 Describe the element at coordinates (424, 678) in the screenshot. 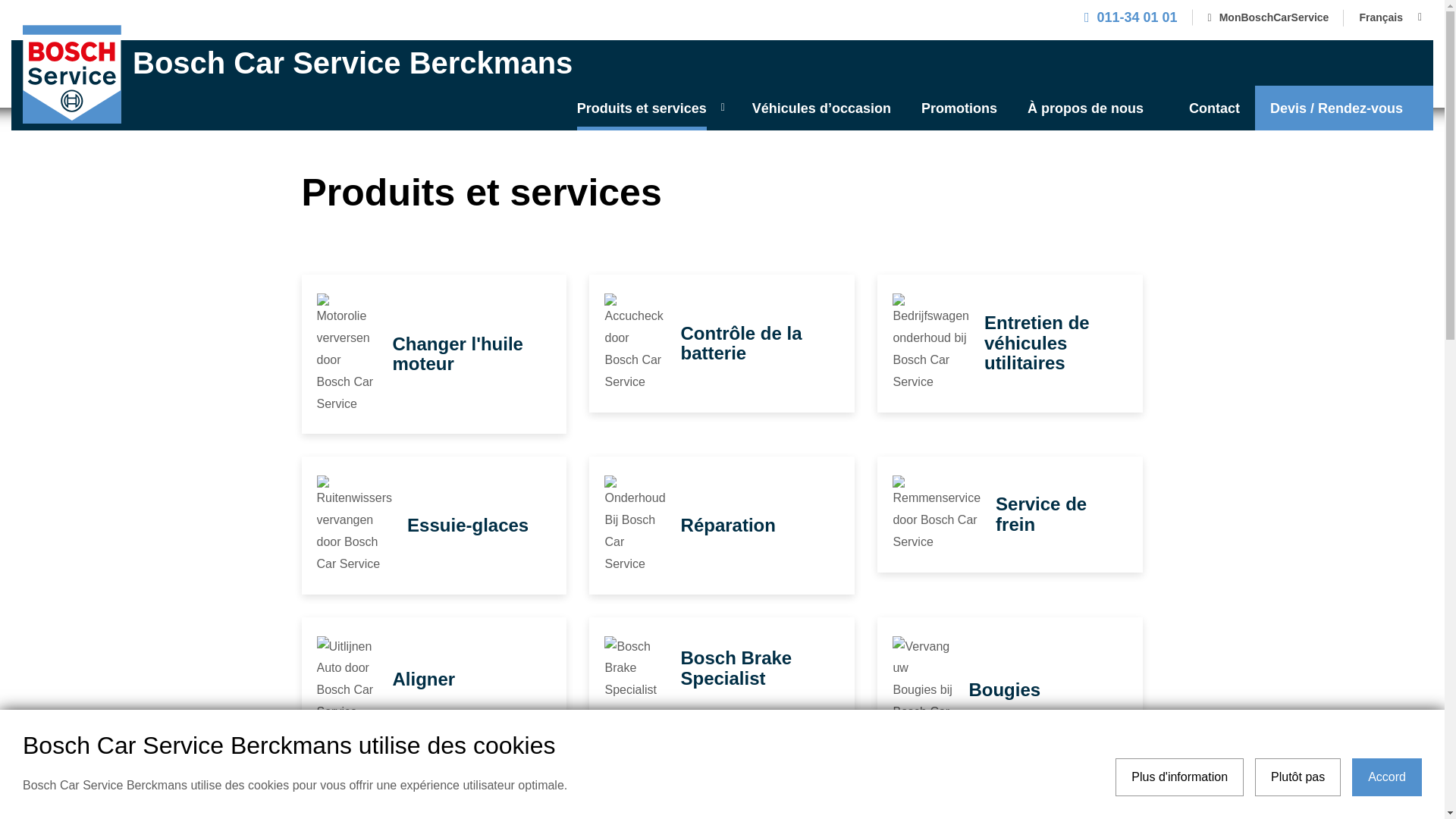

I see `'Aligner'` at that location.